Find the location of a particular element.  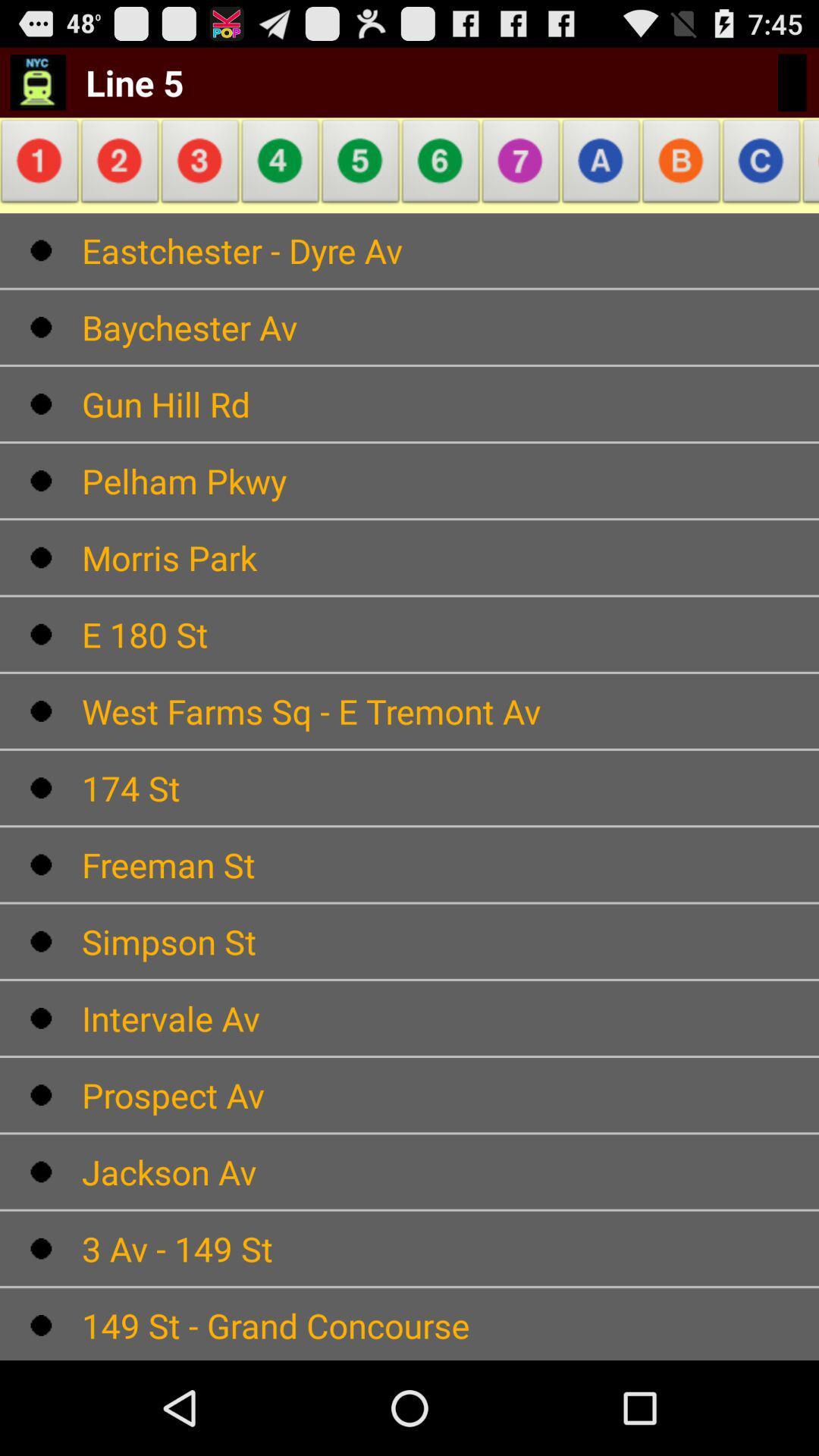

the button c which is right of button b is located at coordinates (761, 165).